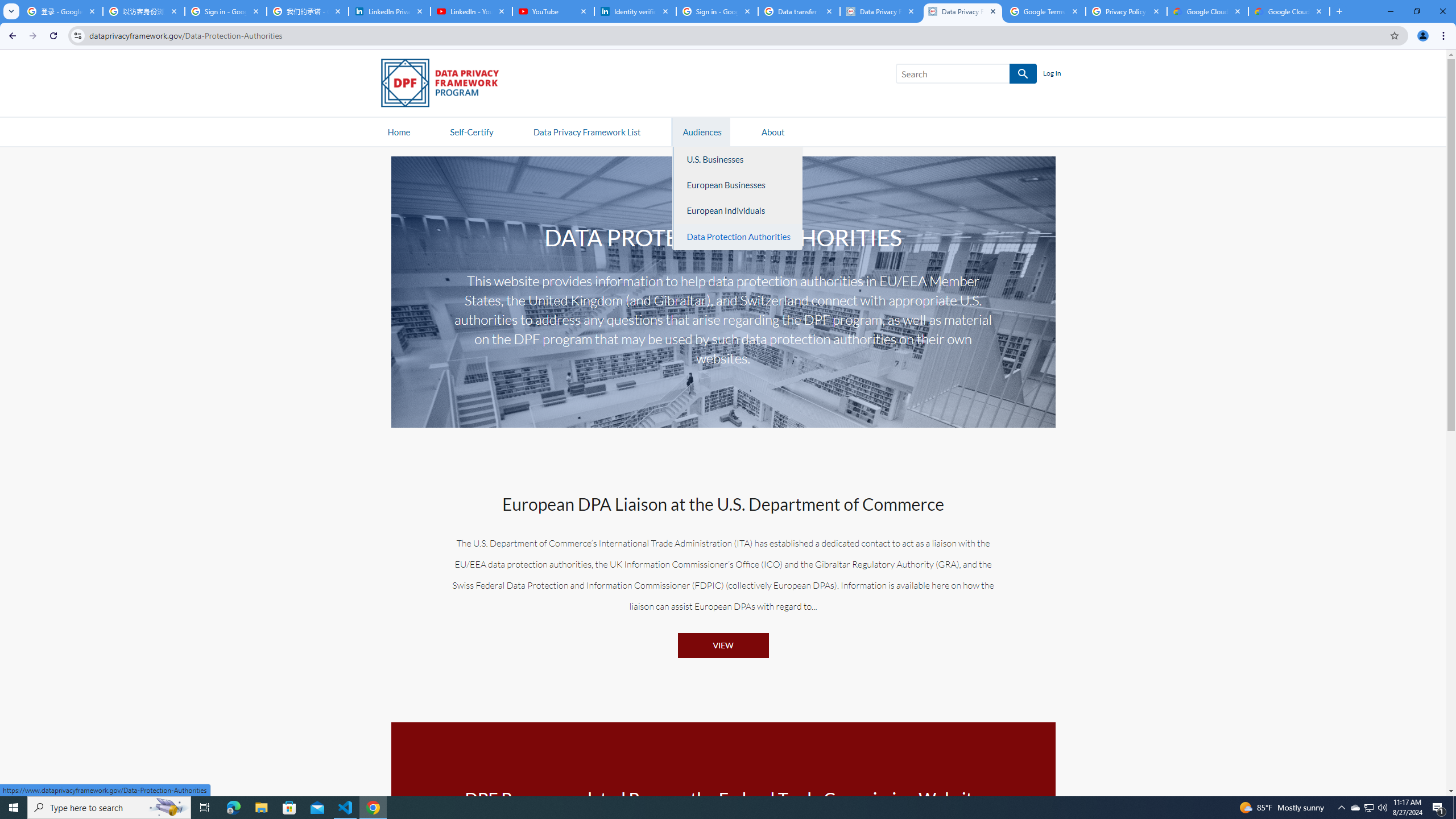 Image resolution: width=1456 pixels, height=819 pixels. I want to click on 'Data Protection Authorities', so click(739, 236).